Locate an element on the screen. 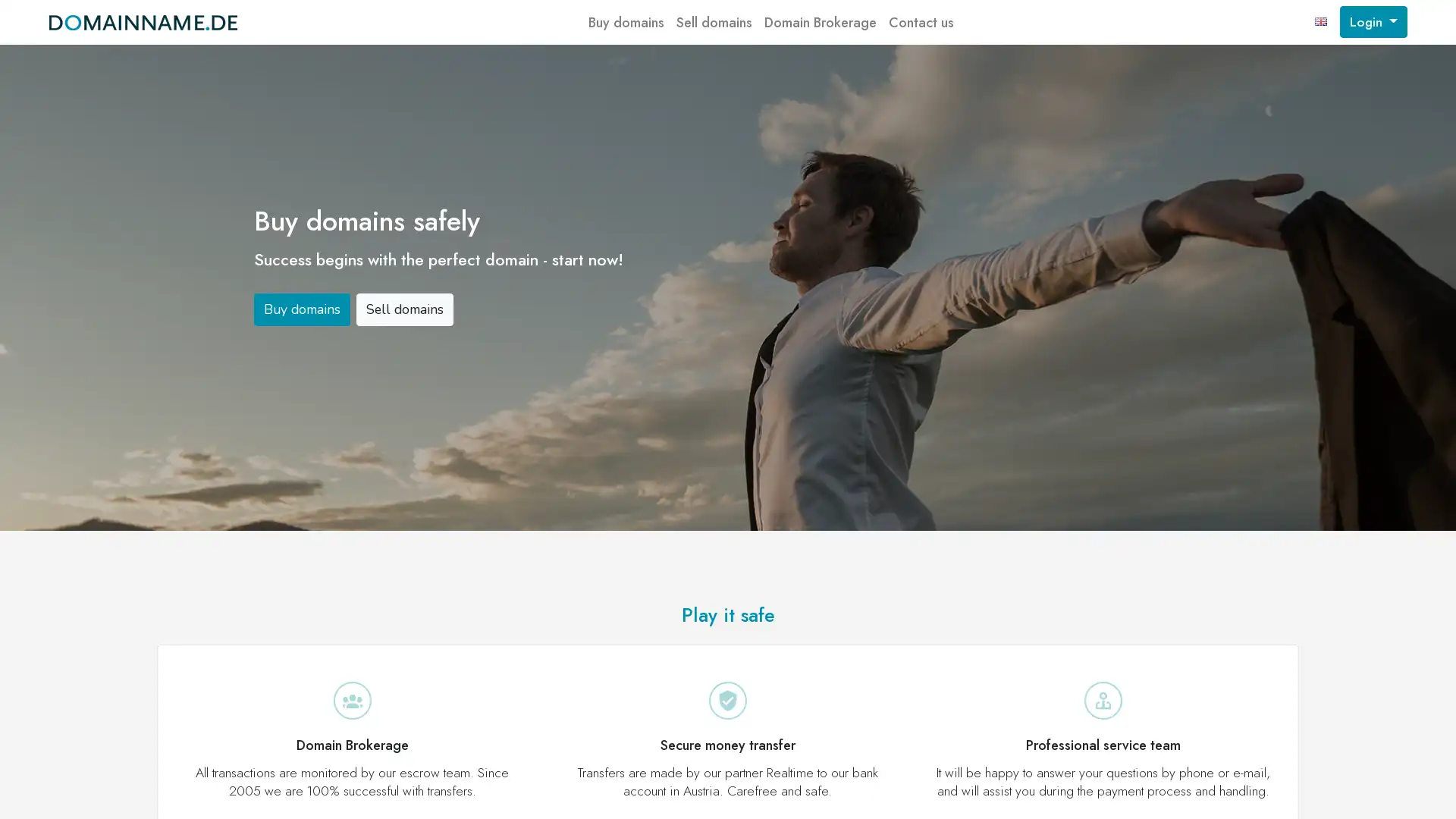  Login is located at coordinates (1373, 22).